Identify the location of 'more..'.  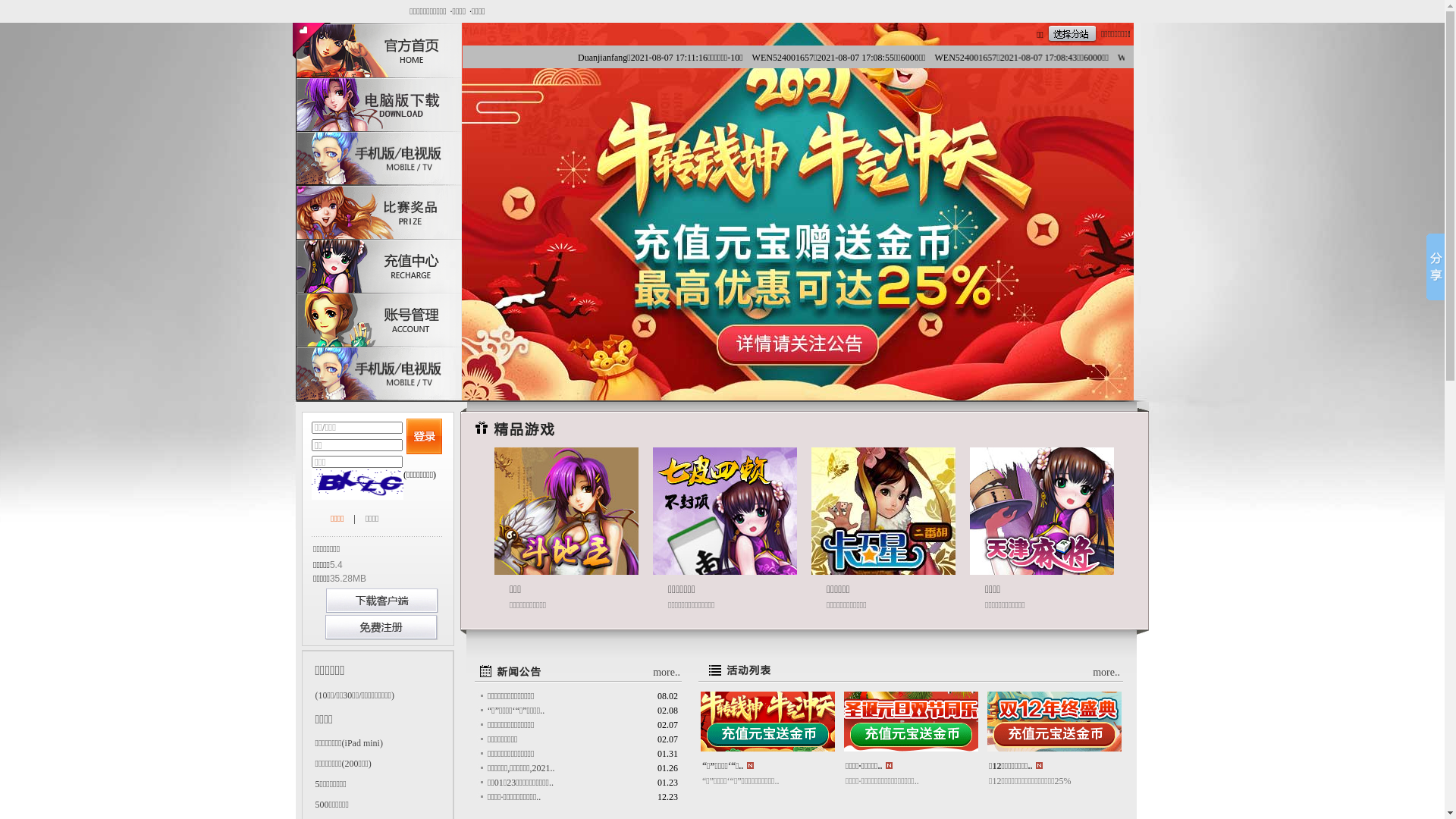
(666, 671).